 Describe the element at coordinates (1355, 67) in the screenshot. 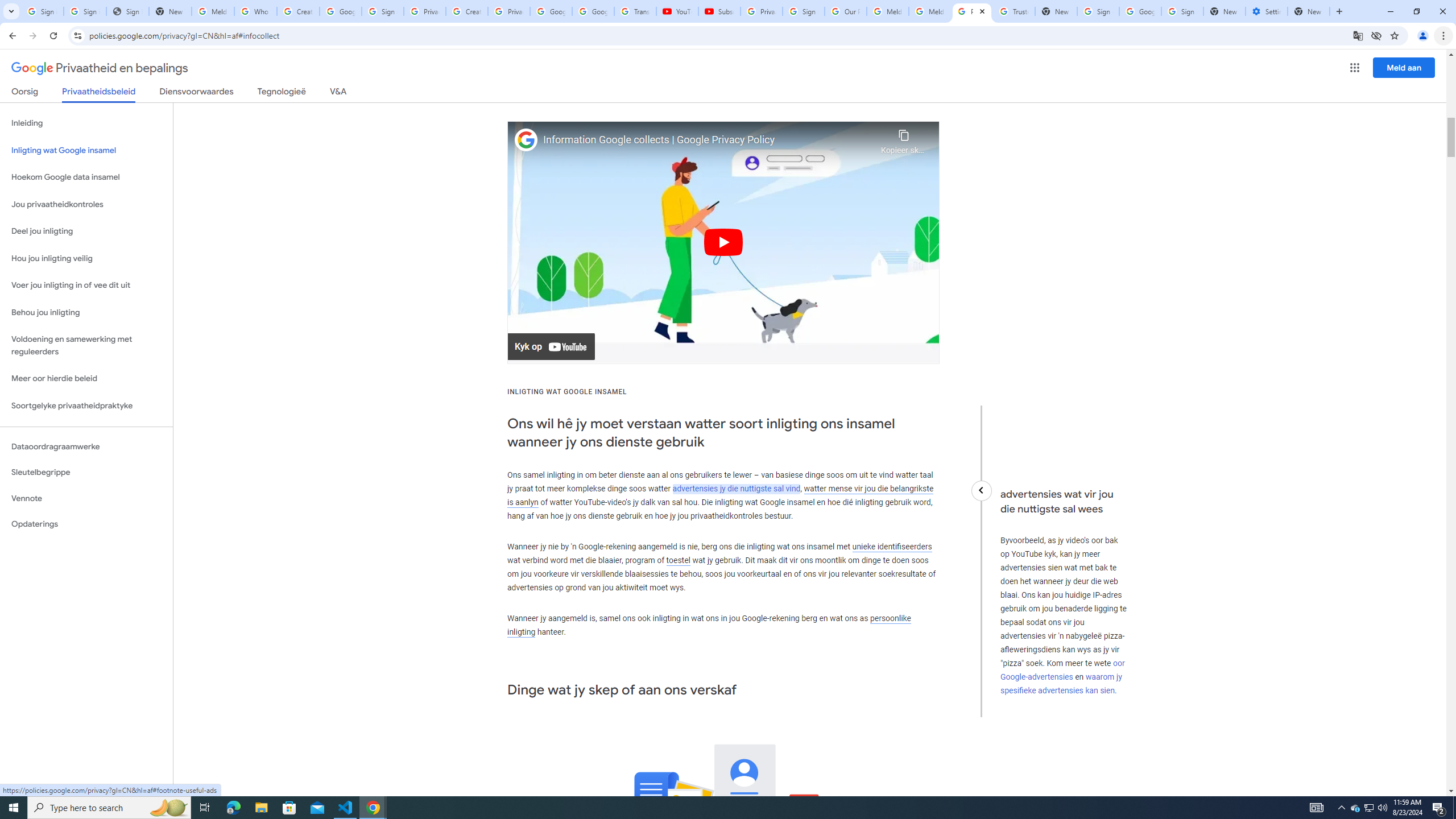

I see `'Google-programme'` at that location.